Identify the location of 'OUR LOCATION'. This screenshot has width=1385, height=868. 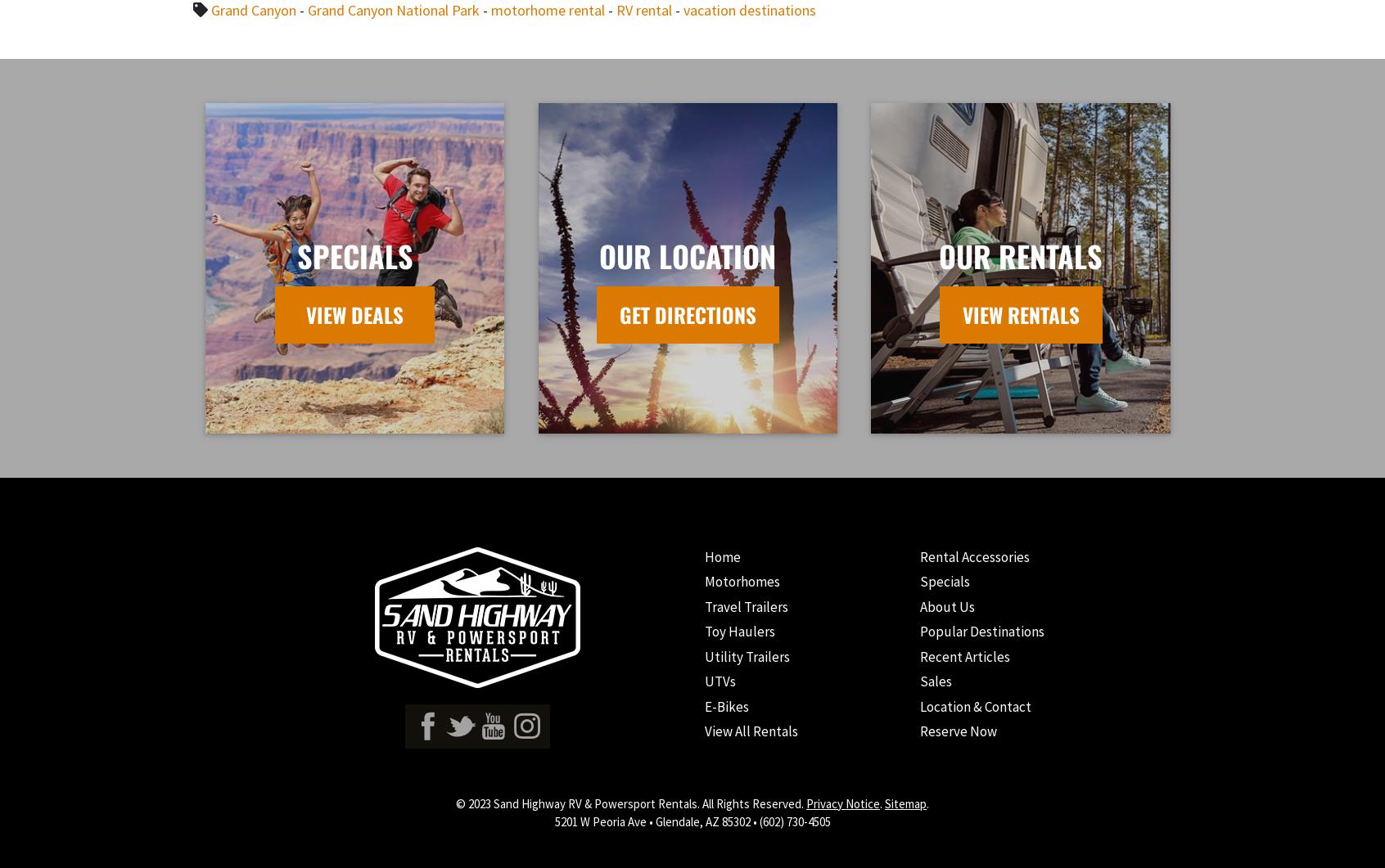
(688, 254).